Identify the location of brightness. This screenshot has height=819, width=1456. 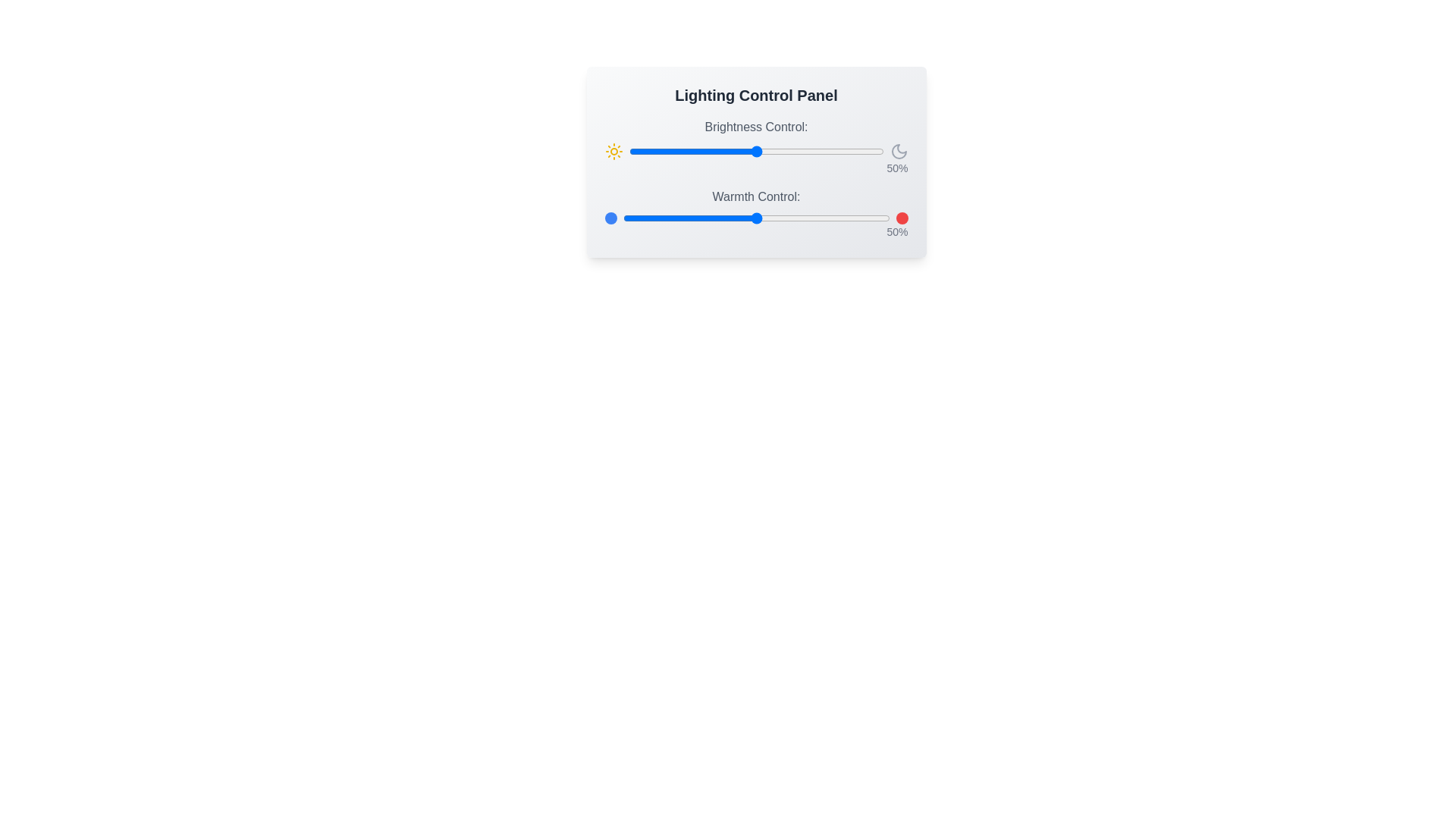
(876, 152).